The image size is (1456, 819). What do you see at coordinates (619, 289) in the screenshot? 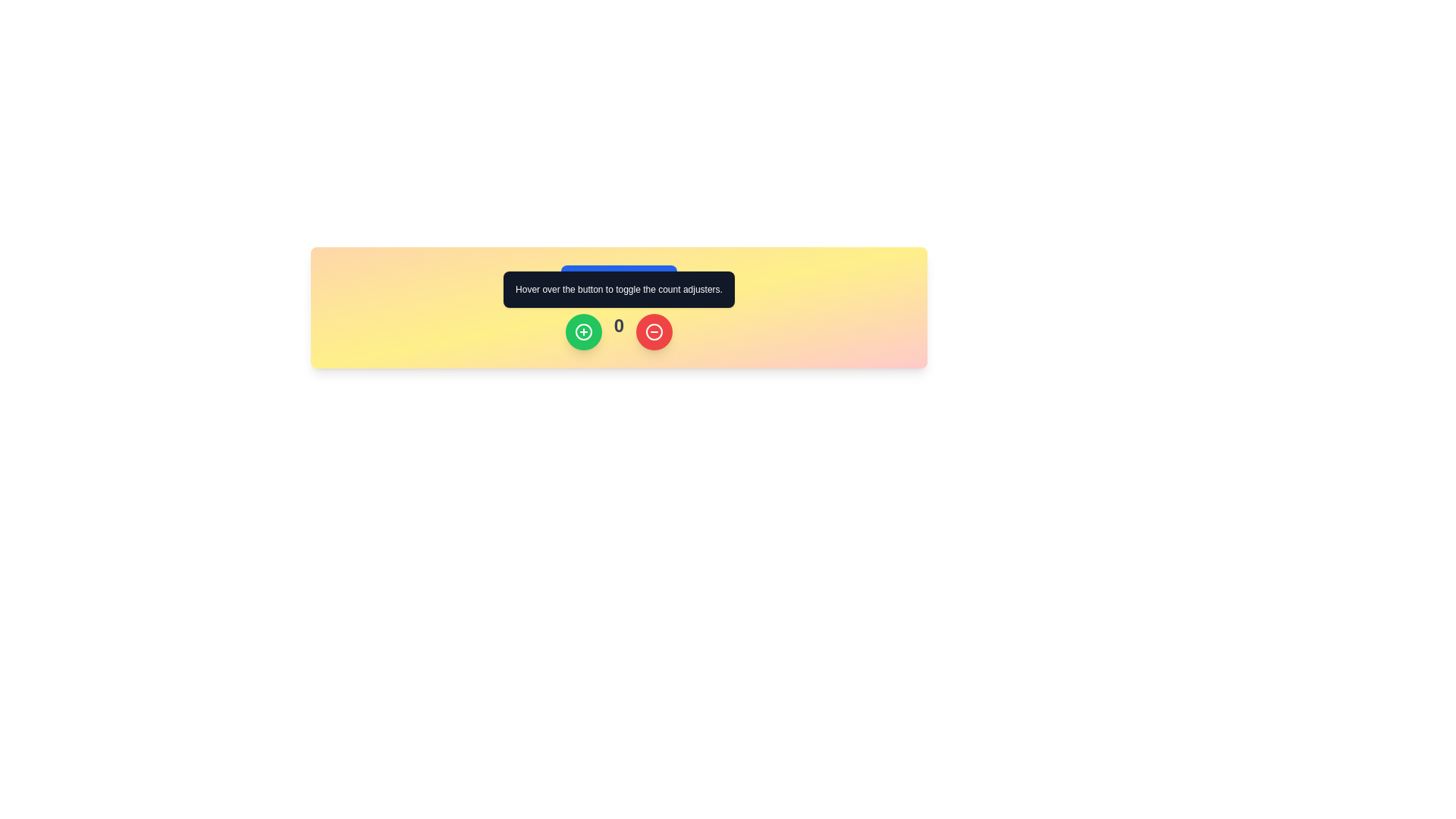
I see `the tooltip box that provides guidance on using the blue button labeled 'Tooltip Trigger'` at bounding box center [619, 289].